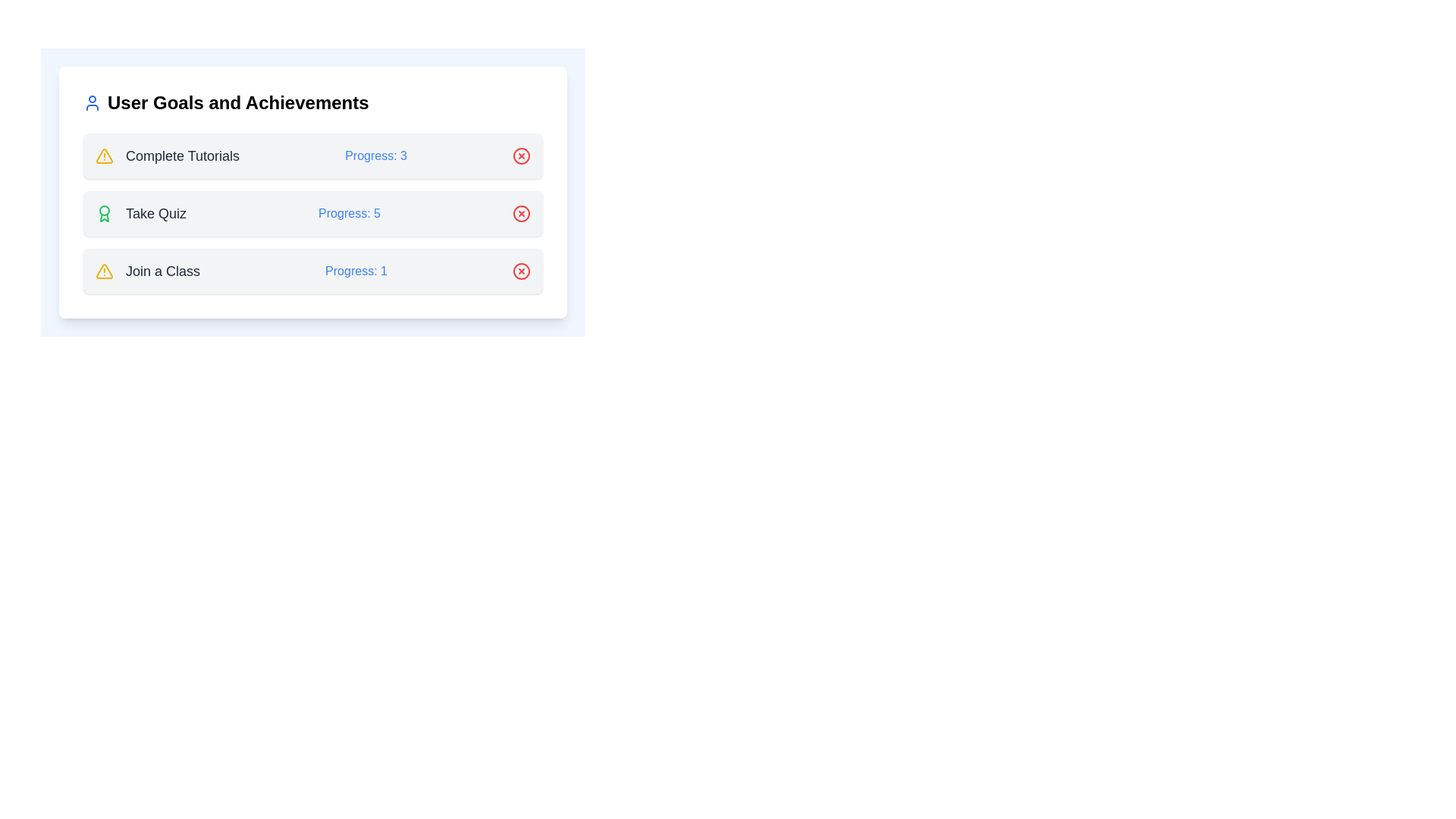 Image resolution: width=1456 pixels, height=819 pixels. I want to click on the green award icon, which is a circular badge with a ribbon-like extension, located to the left of the text 'Take Quiz', so click(104, 213).